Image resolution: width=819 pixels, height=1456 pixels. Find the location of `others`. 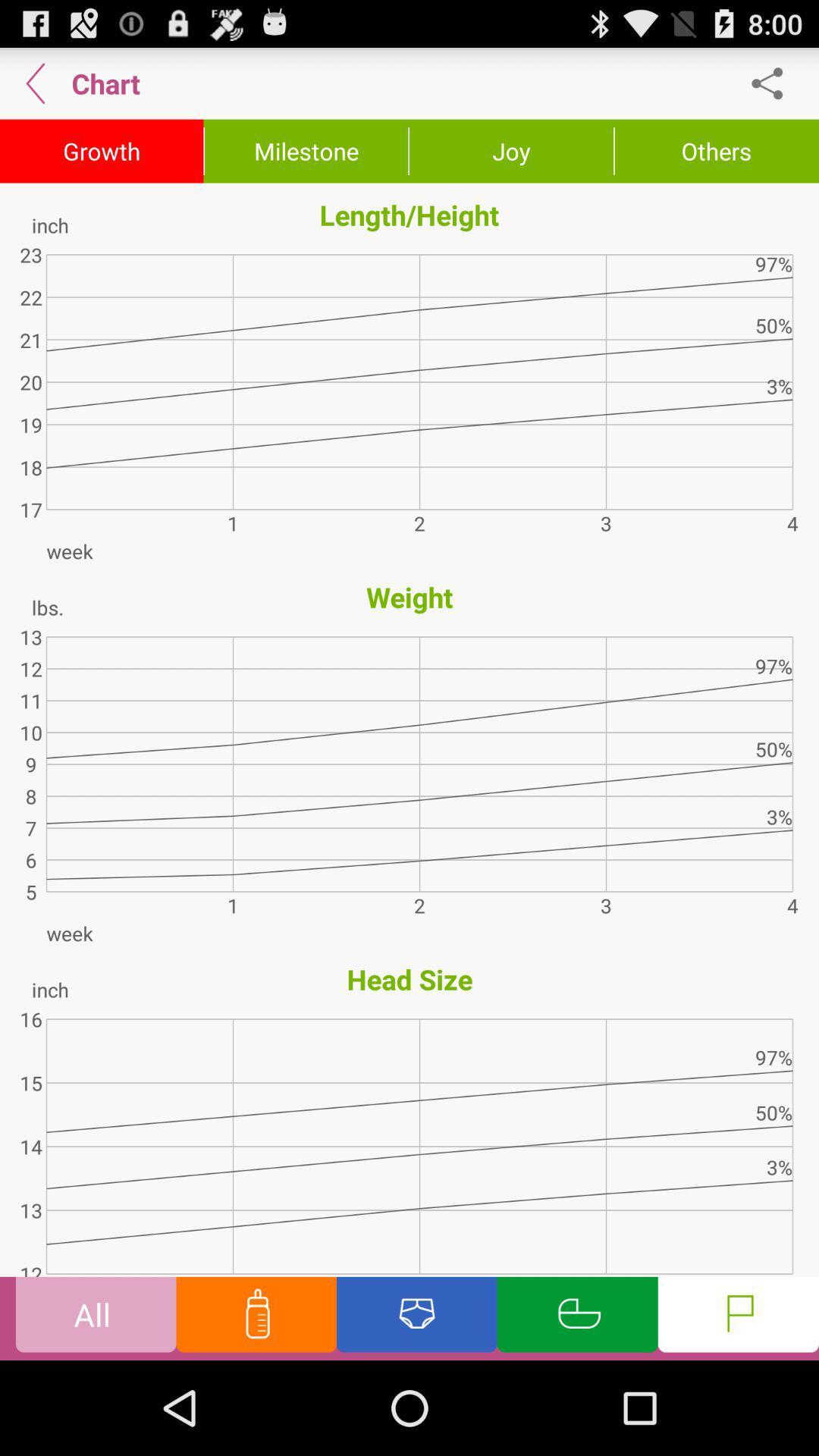

others is located at coordinates (717, 151).